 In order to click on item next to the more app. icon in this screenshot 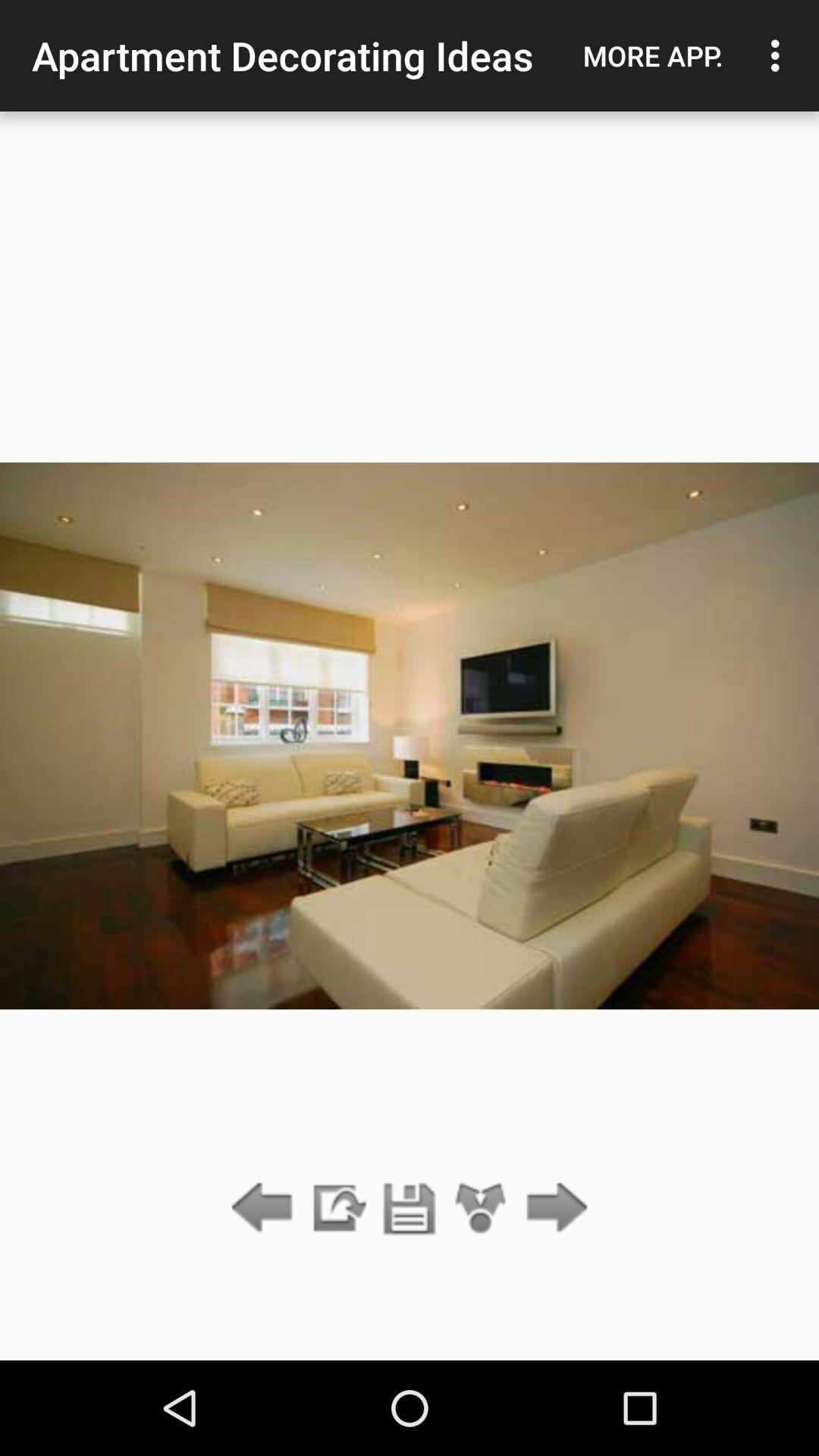, I will do `click(779, 55)`.